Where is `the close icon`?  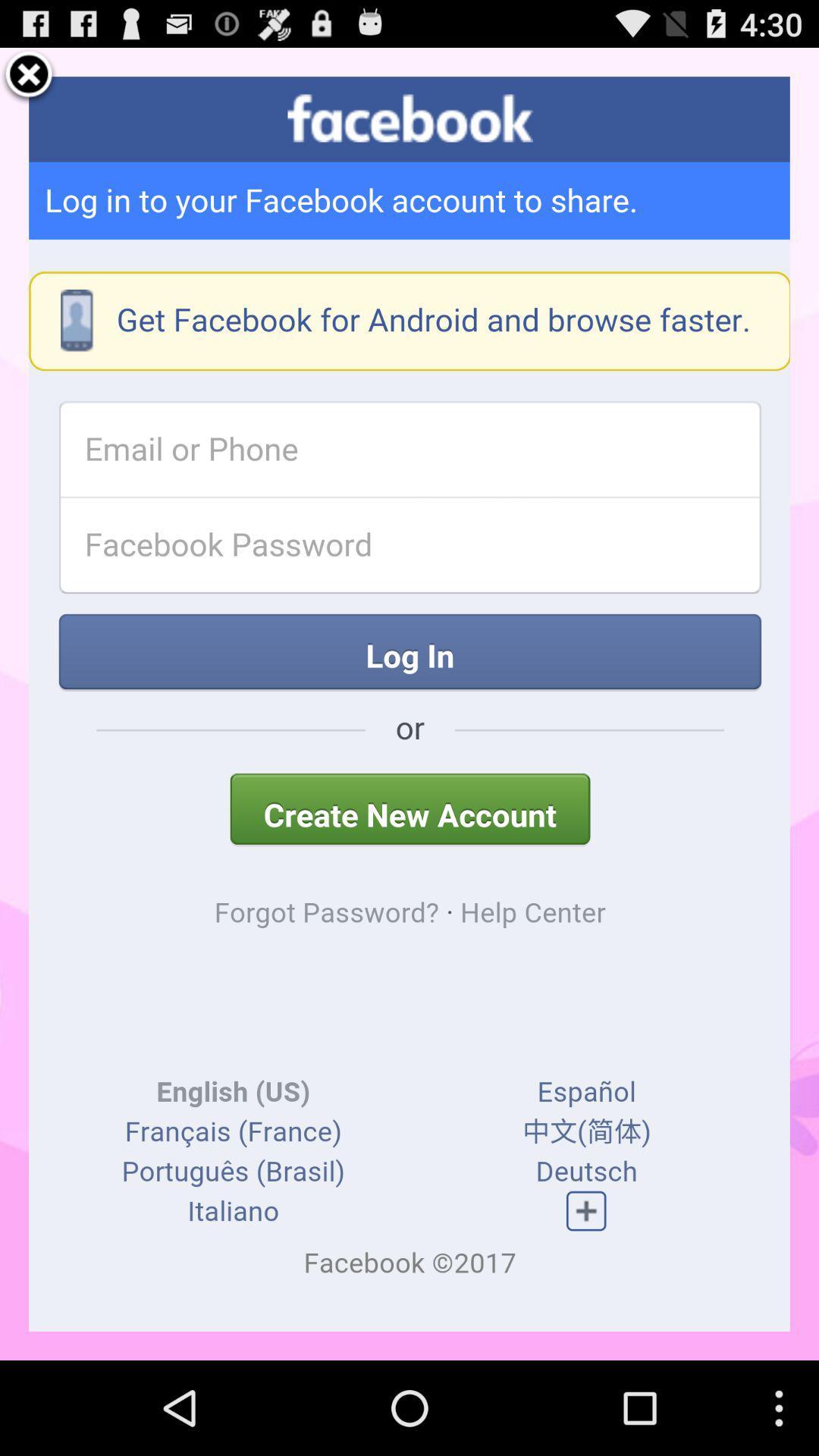 the close icon is located at coordinates (29, 81).